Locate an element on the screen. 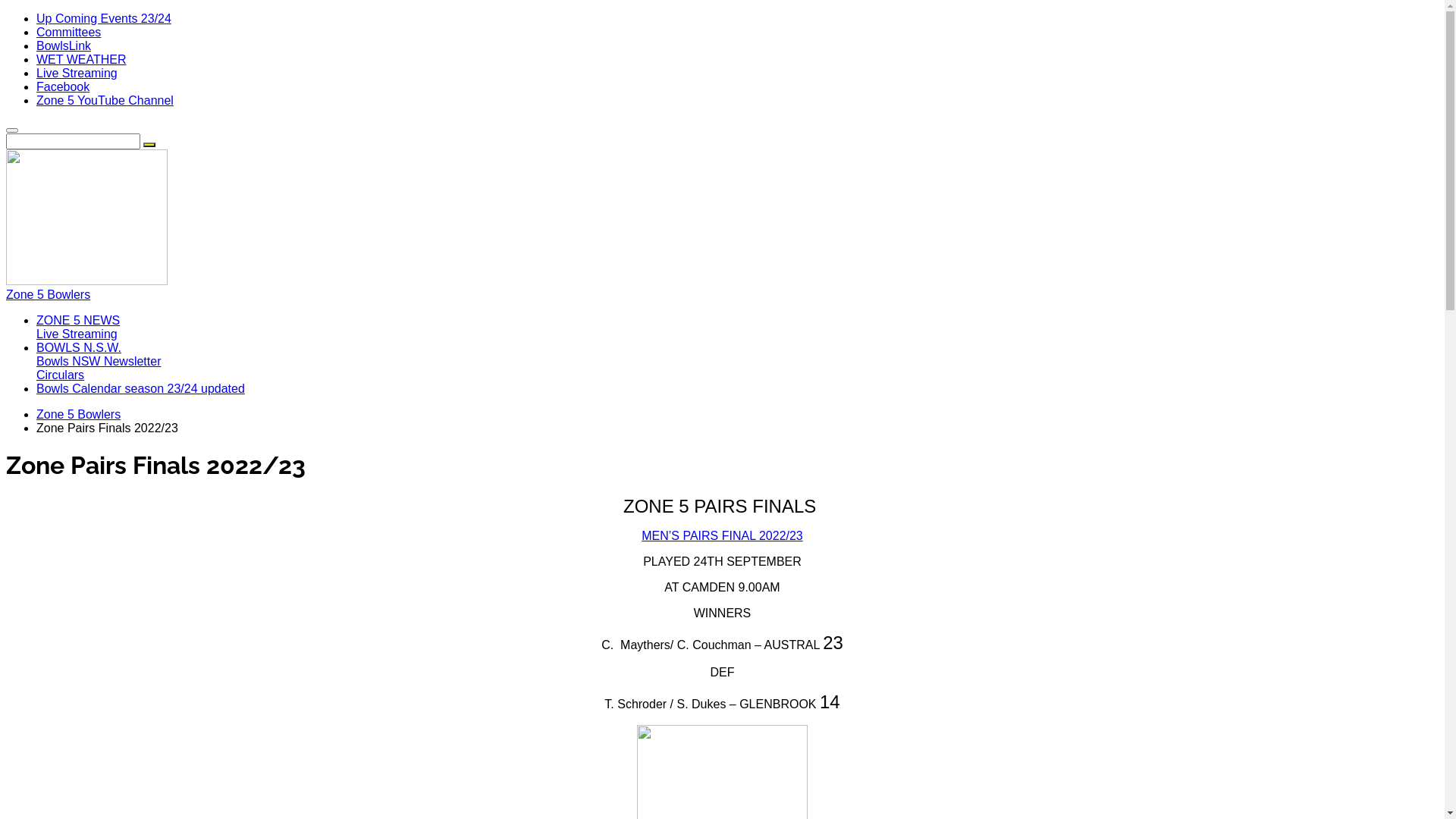 The image size is (1456, 819). 'Facebook' is located at coordinates (61, 86).